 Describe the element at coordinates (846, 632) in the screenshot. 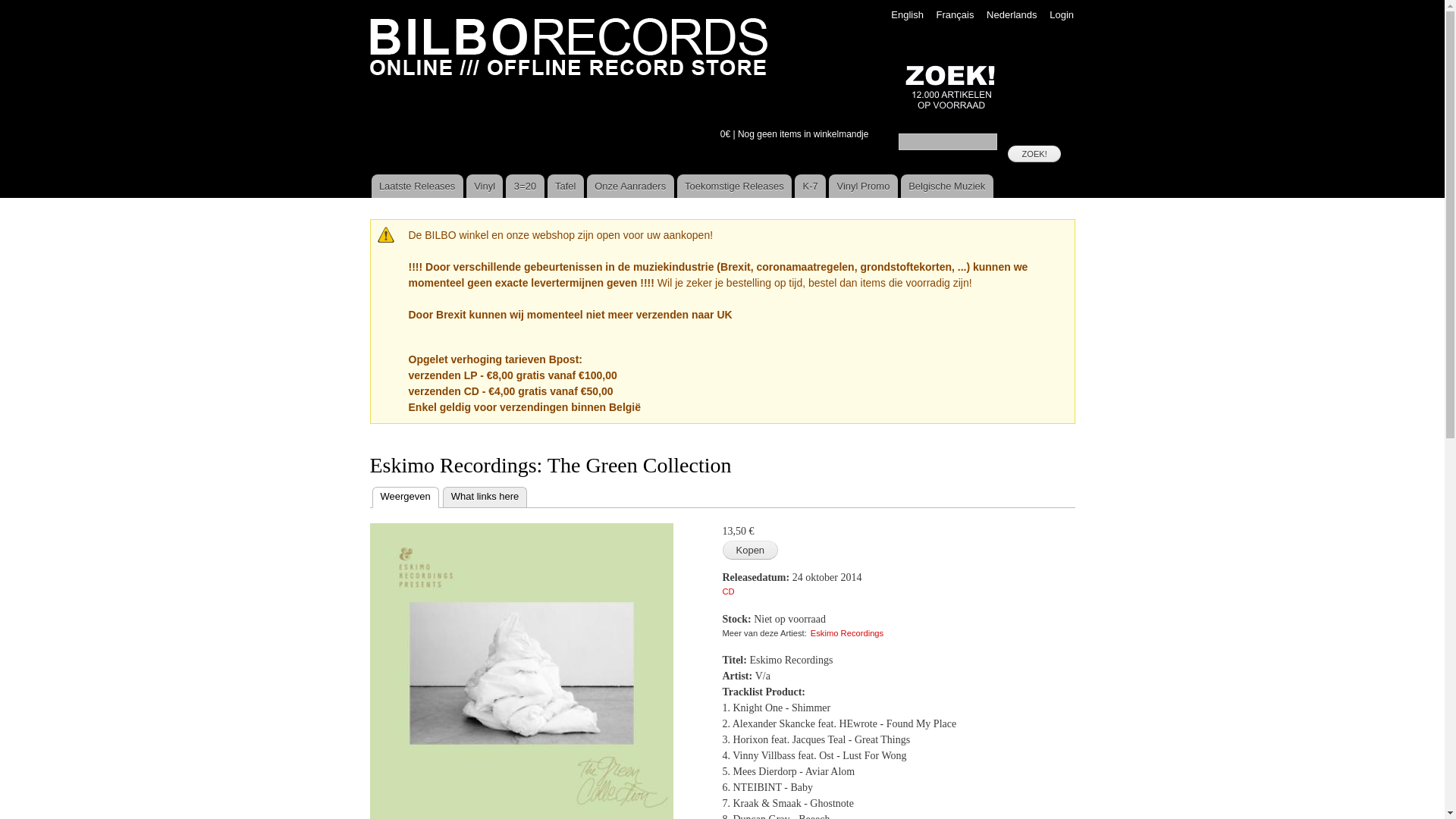

I see `'Eskimo Recordings'` at that location.